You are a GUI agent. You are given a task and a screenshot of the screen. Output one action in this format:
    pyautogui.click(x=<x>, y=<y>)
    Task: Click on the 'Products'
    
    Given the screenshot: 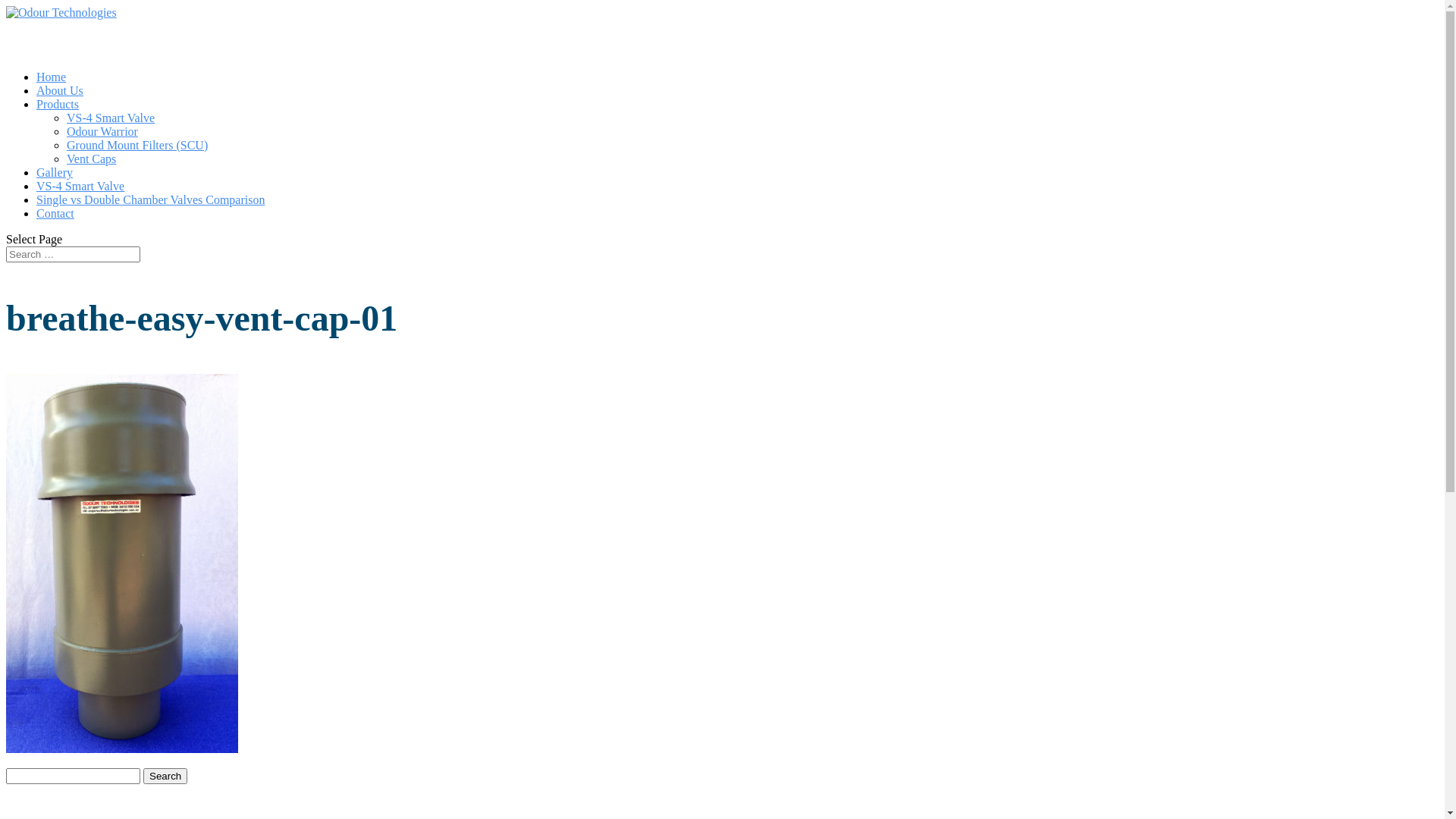 What is the action you would take?
    pyautogui.click(x=36, y=122)
    